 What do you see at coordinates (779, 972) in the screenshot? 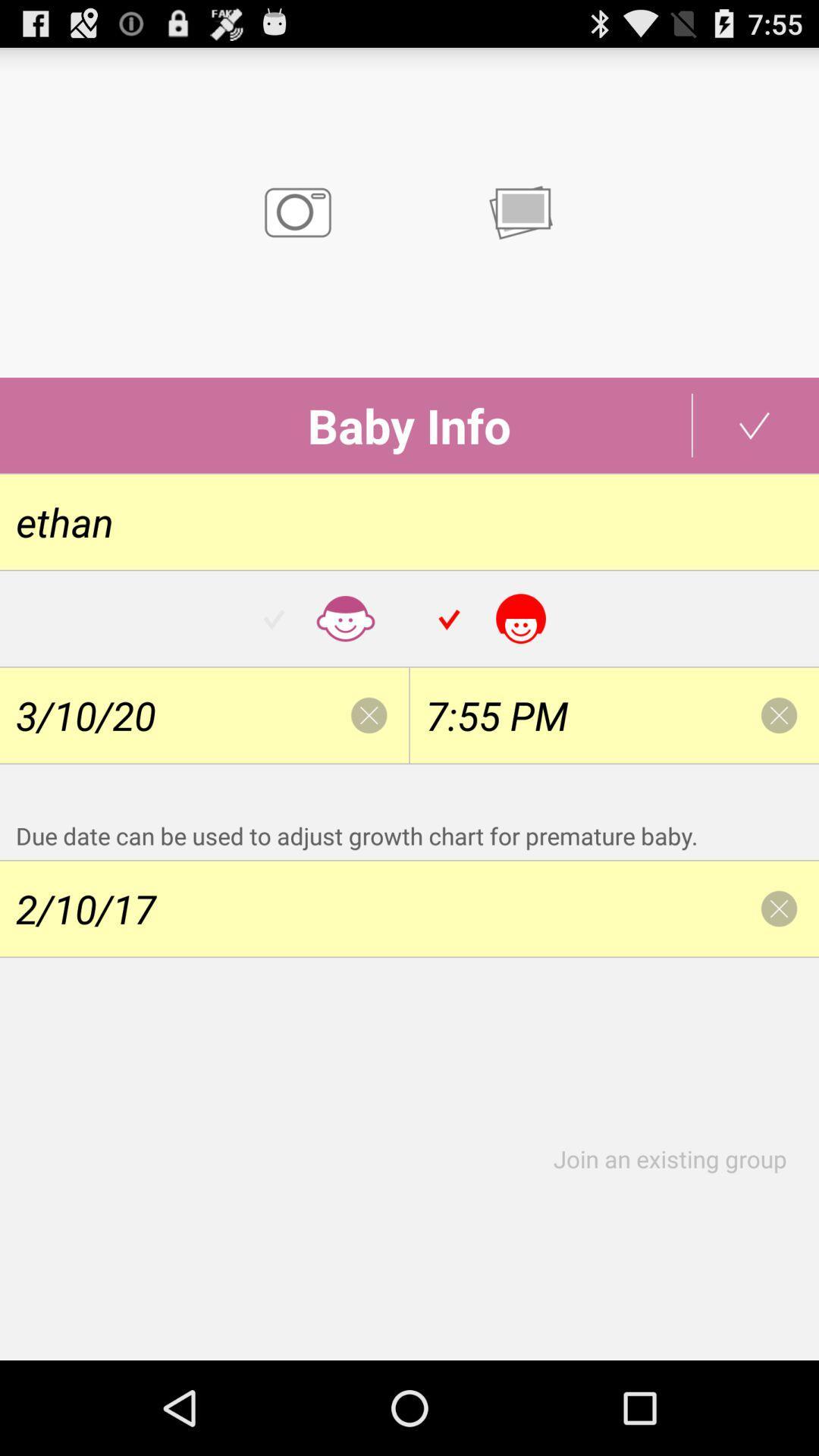
I see `the close icon` at bounding box center [779, 972].